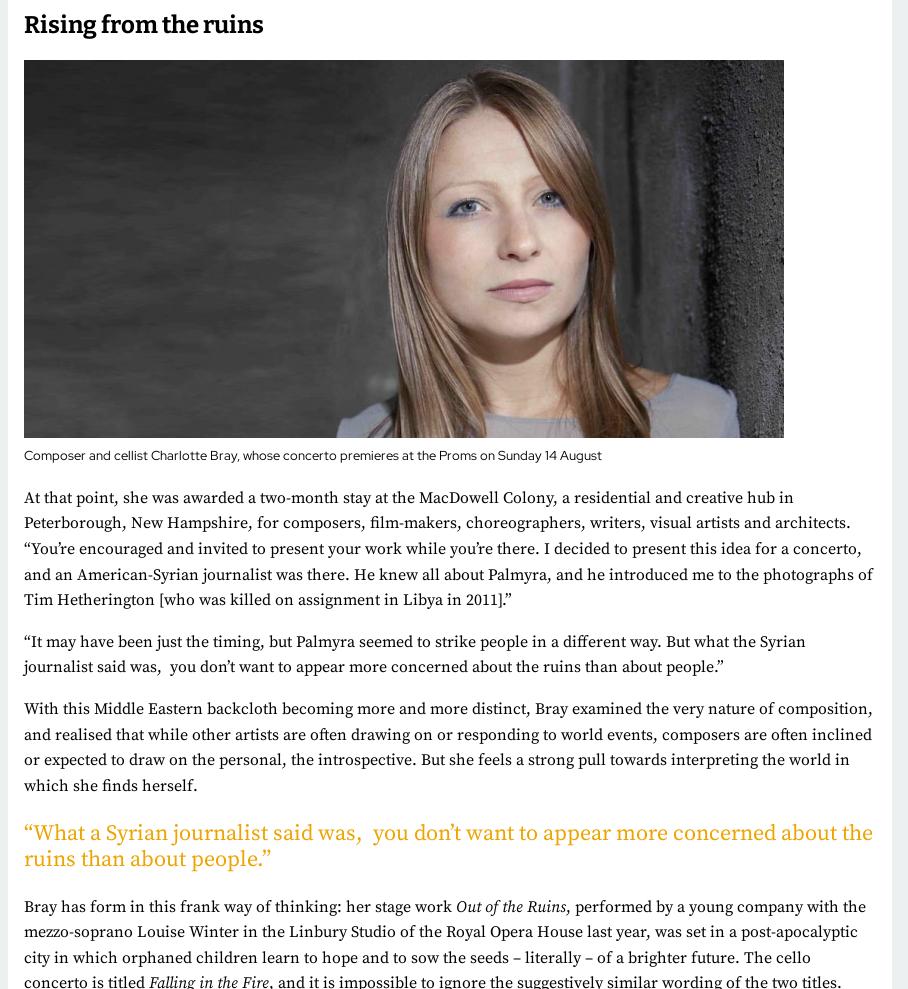 This screenshot has width=908, height=989. Describe the element at coordinates (437, 510) in the screenshot. I see `'At that point, she was awarded a two-month stay at the MacDowell Colony, a residential and creative hub in Peterborough, New Hampshire, for composers, film-makers, choreographers, writers, visual artists and architects.'` at that location.